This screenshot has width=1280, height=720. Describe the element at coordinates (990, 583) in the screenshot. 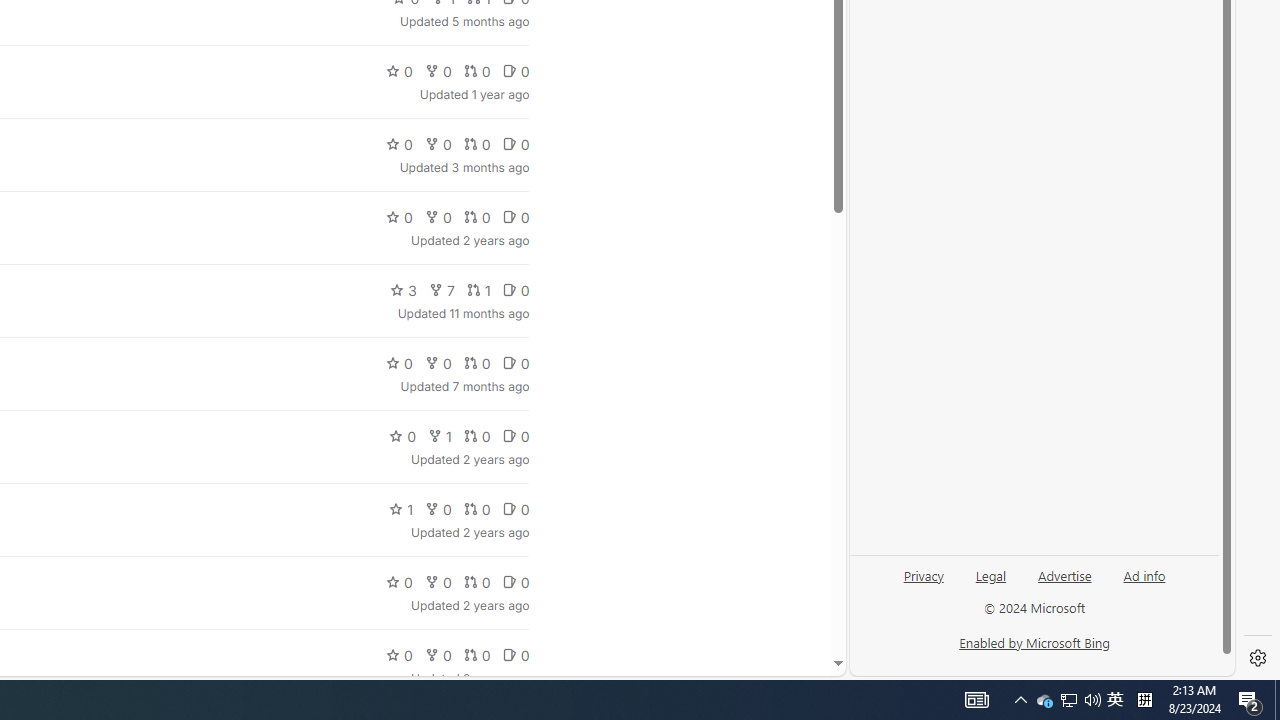

I see `'Legal'` at that location.